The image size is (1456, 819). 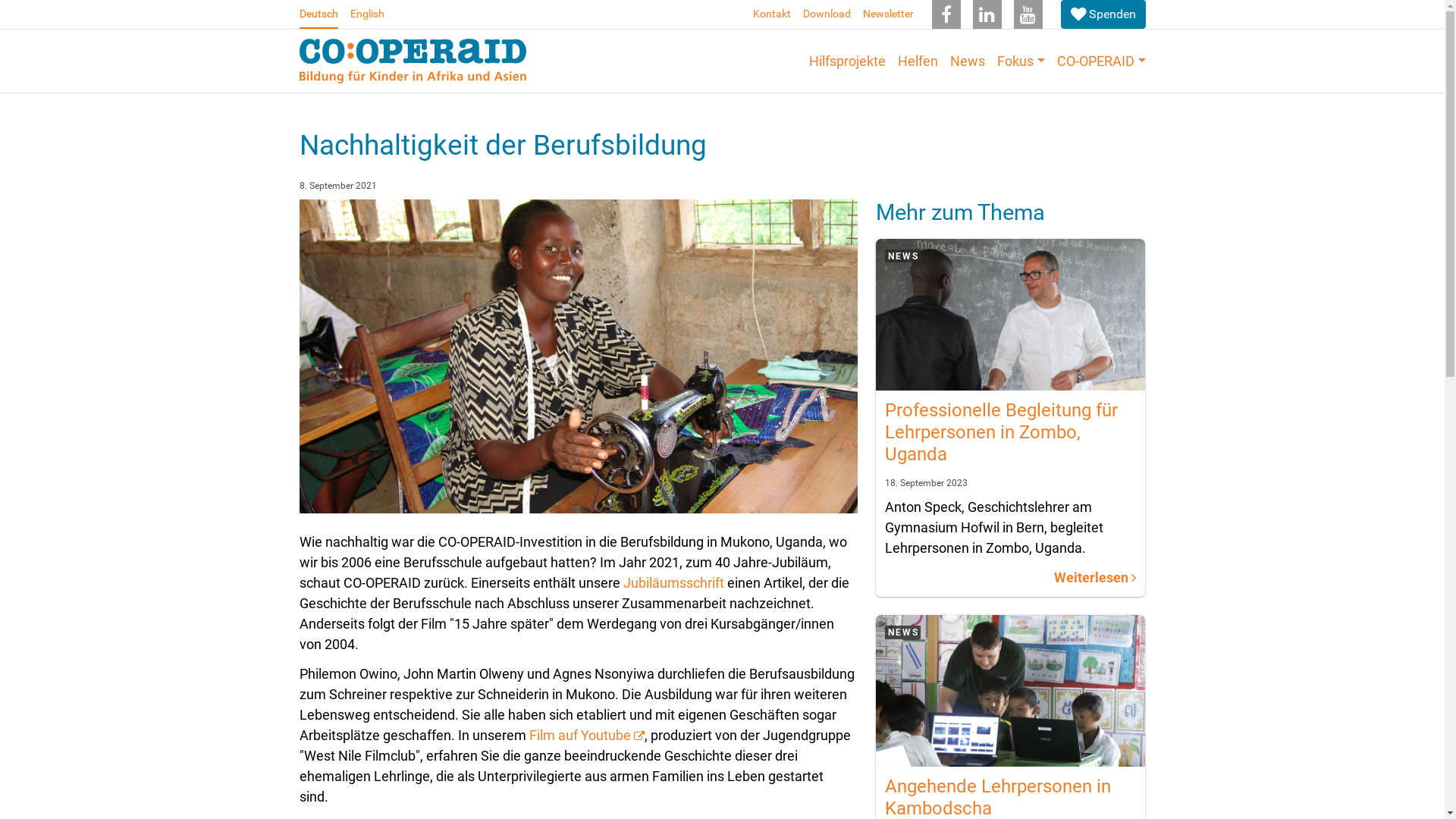 What do you see at coordinates (367, 14) in the screenshot?
I see `'English'` at bounding box center [367, 14].